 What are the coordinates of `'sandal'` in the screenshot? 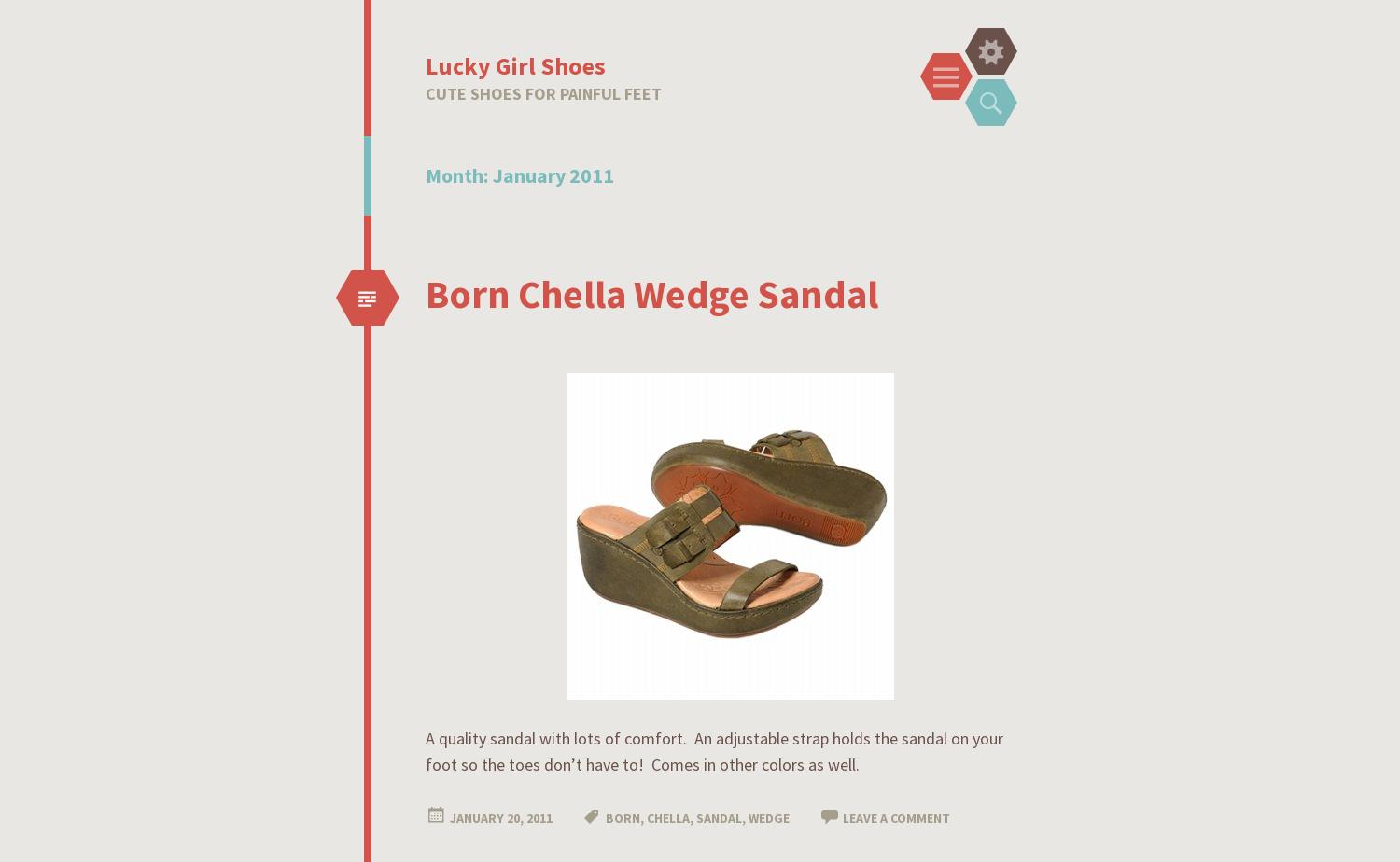 It's located at (719, 817).